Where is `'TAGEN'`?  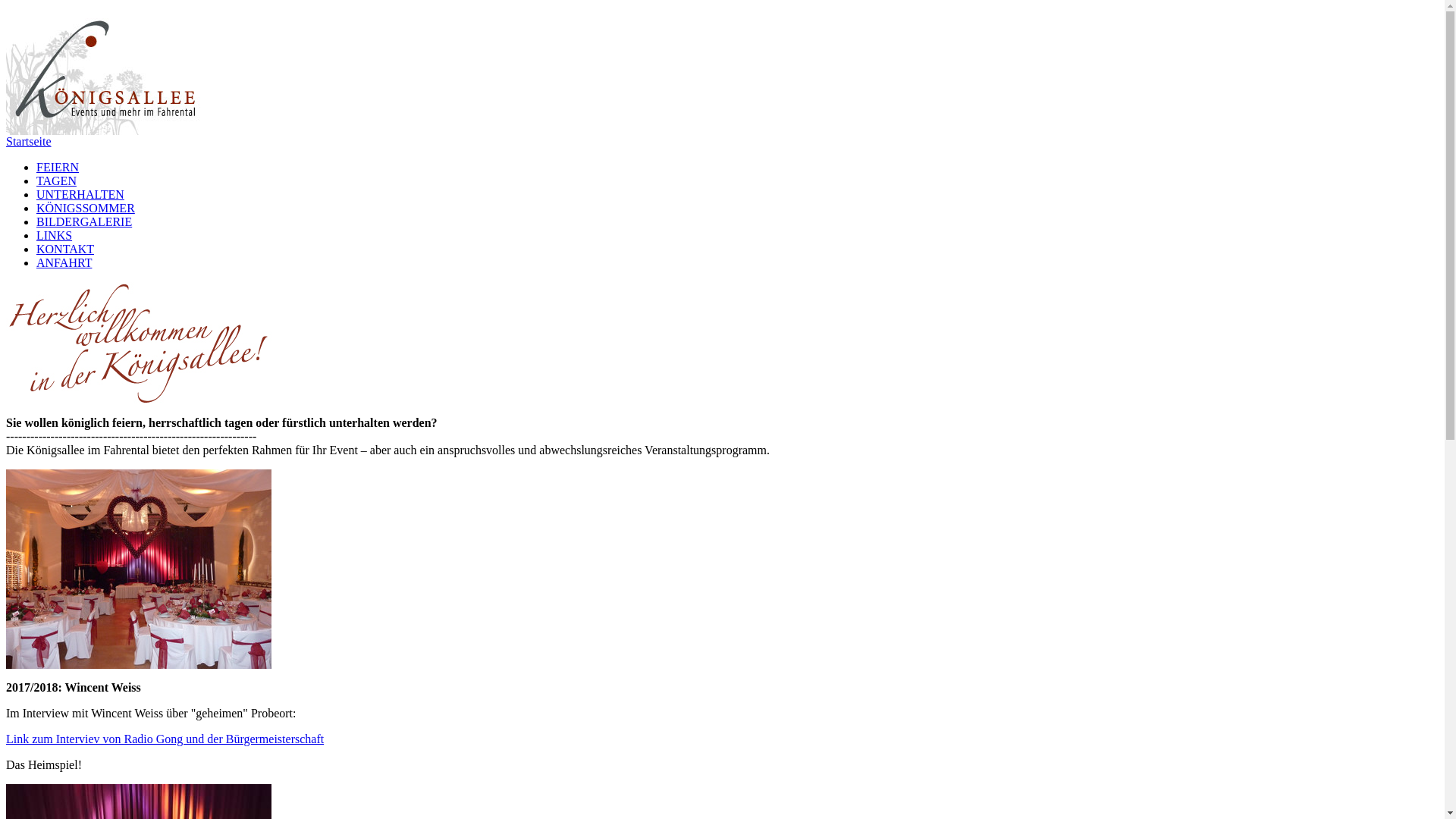
'TAGEN' is located at coordinates (56, 180).